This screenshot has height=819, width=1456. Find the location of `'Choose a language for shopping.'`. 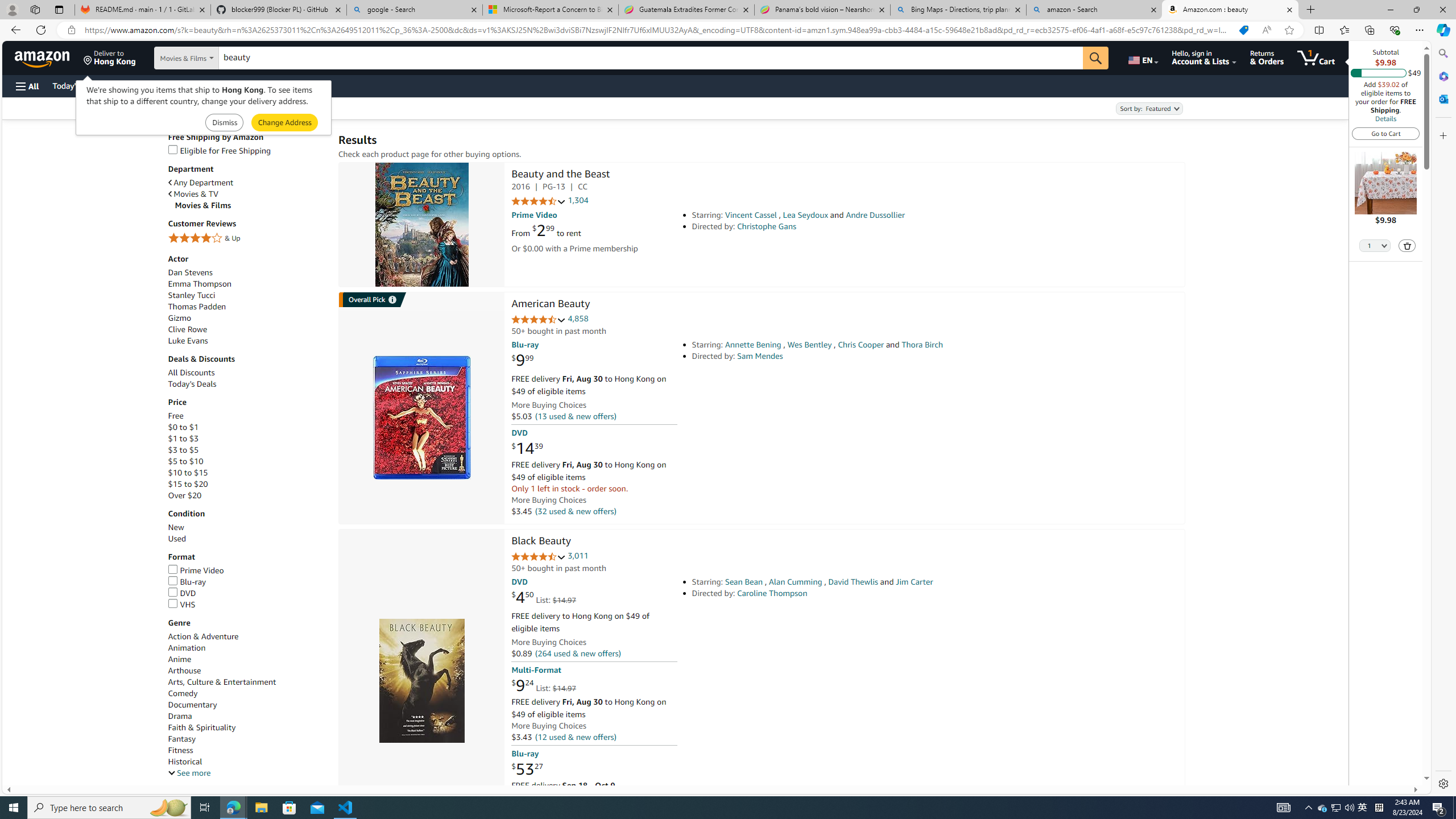

'Choose a language for shopping.' is located at coordinates (1141, 57).